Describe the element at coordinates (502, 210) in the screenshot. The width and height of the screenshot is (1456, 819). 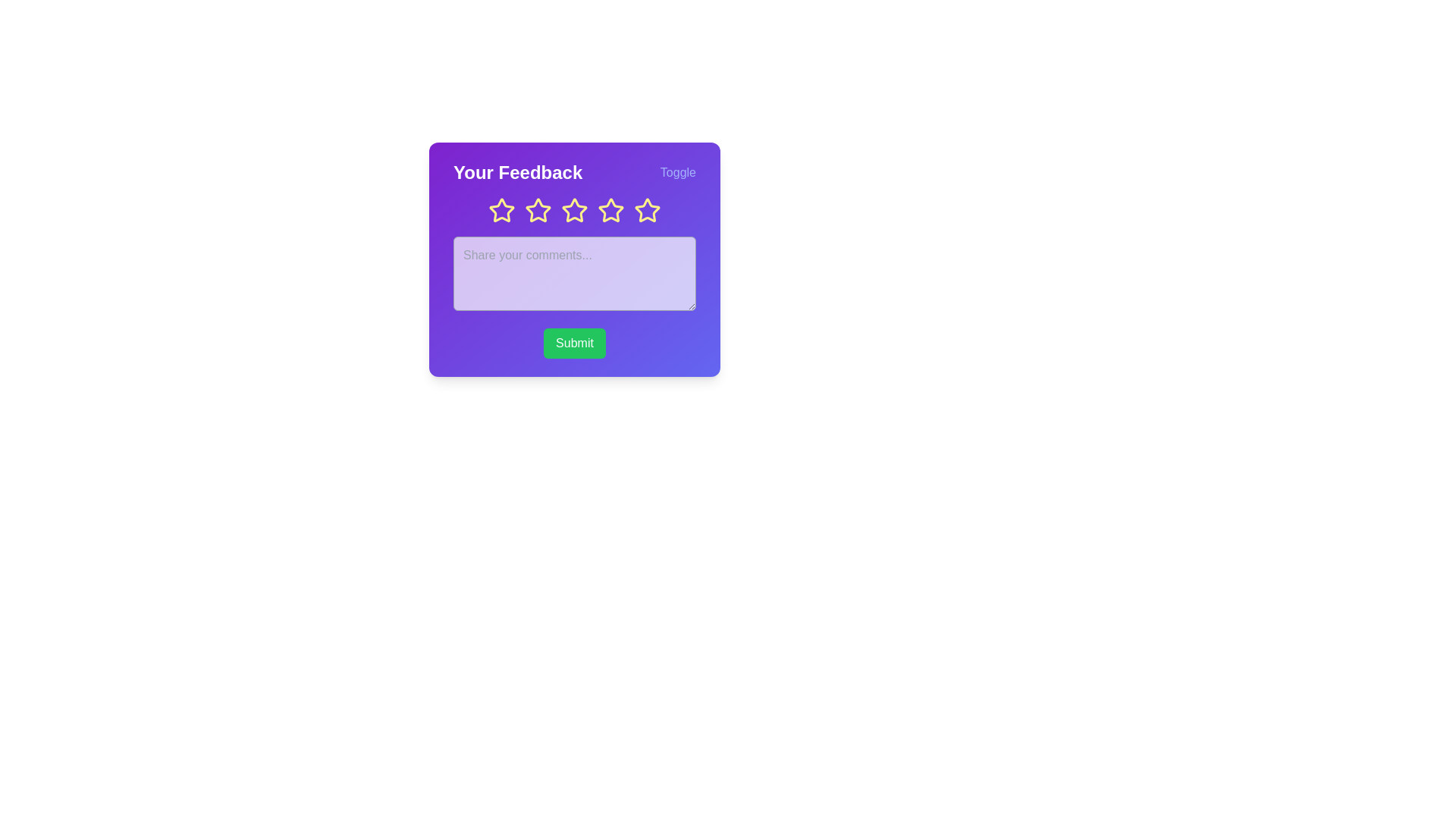
I see `the second star in the star rating component located beneath the 'Your Feedback' label` at that location.